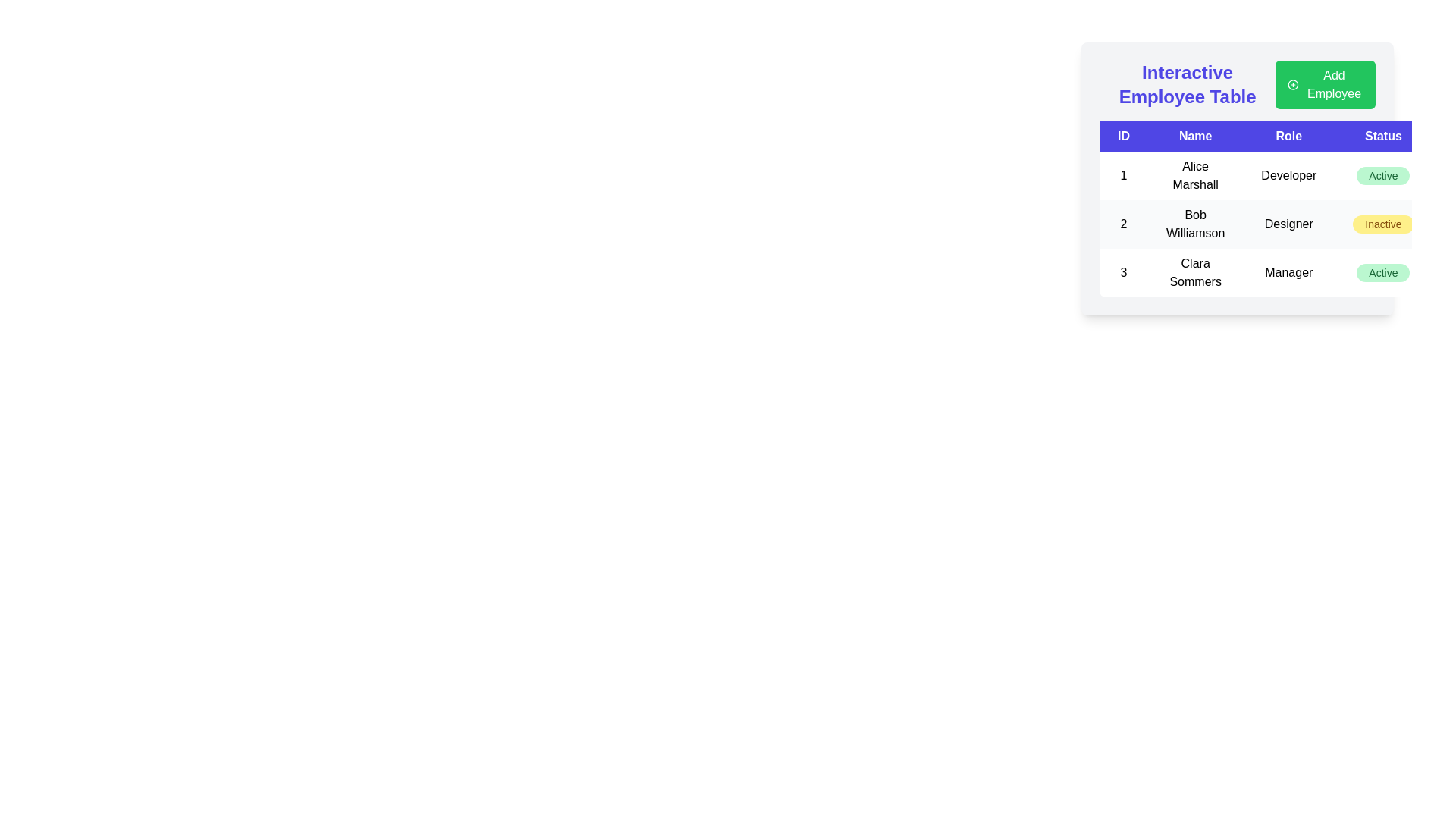  I want to click on the 'Status' text label, which is a horizontal label with white text on a bold blue background located at the top-right section of the table, serving as the heading of the last column, so click(1383, 136).